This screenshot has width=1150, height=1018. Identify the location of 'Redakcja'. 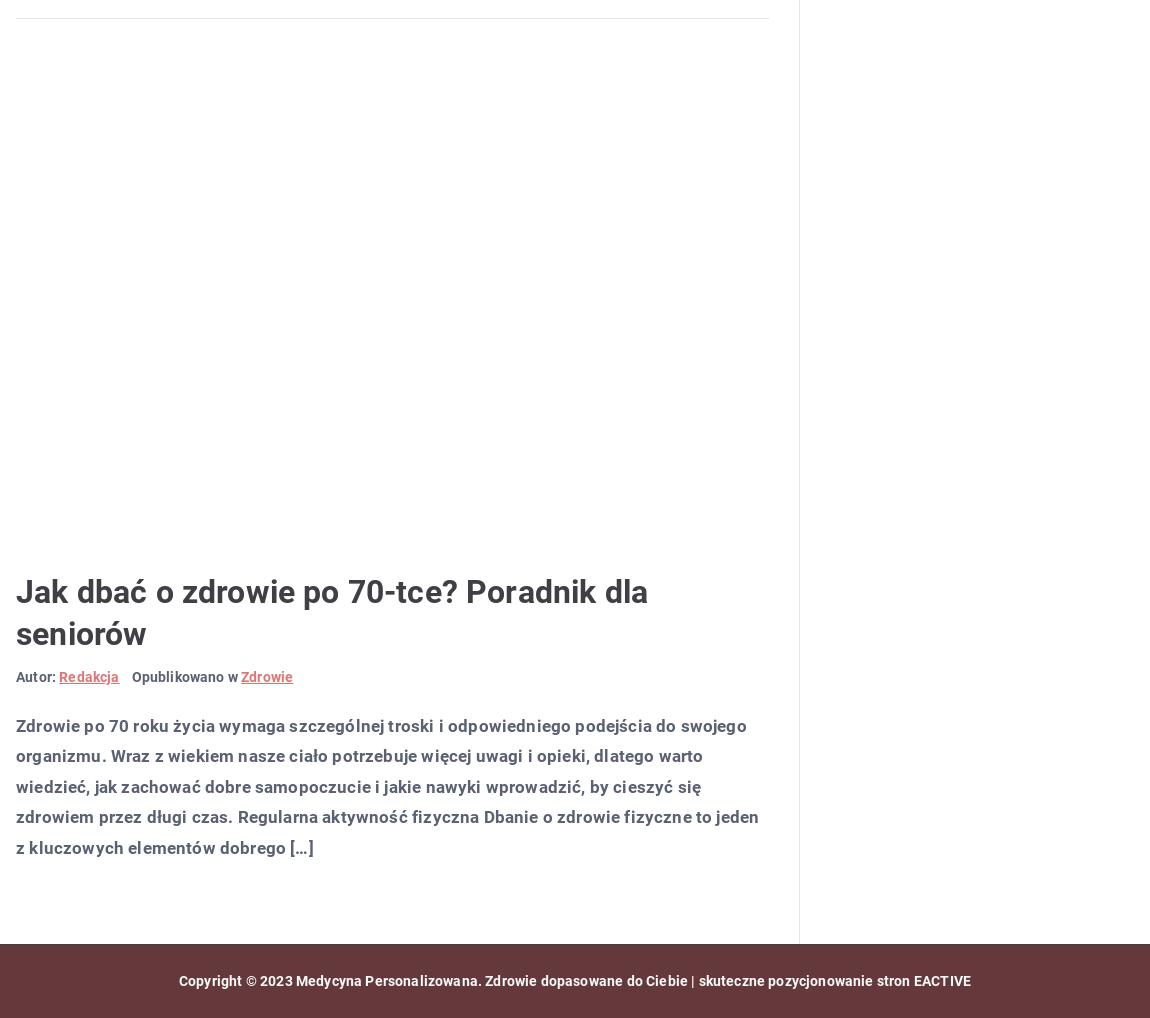
(88, 676).